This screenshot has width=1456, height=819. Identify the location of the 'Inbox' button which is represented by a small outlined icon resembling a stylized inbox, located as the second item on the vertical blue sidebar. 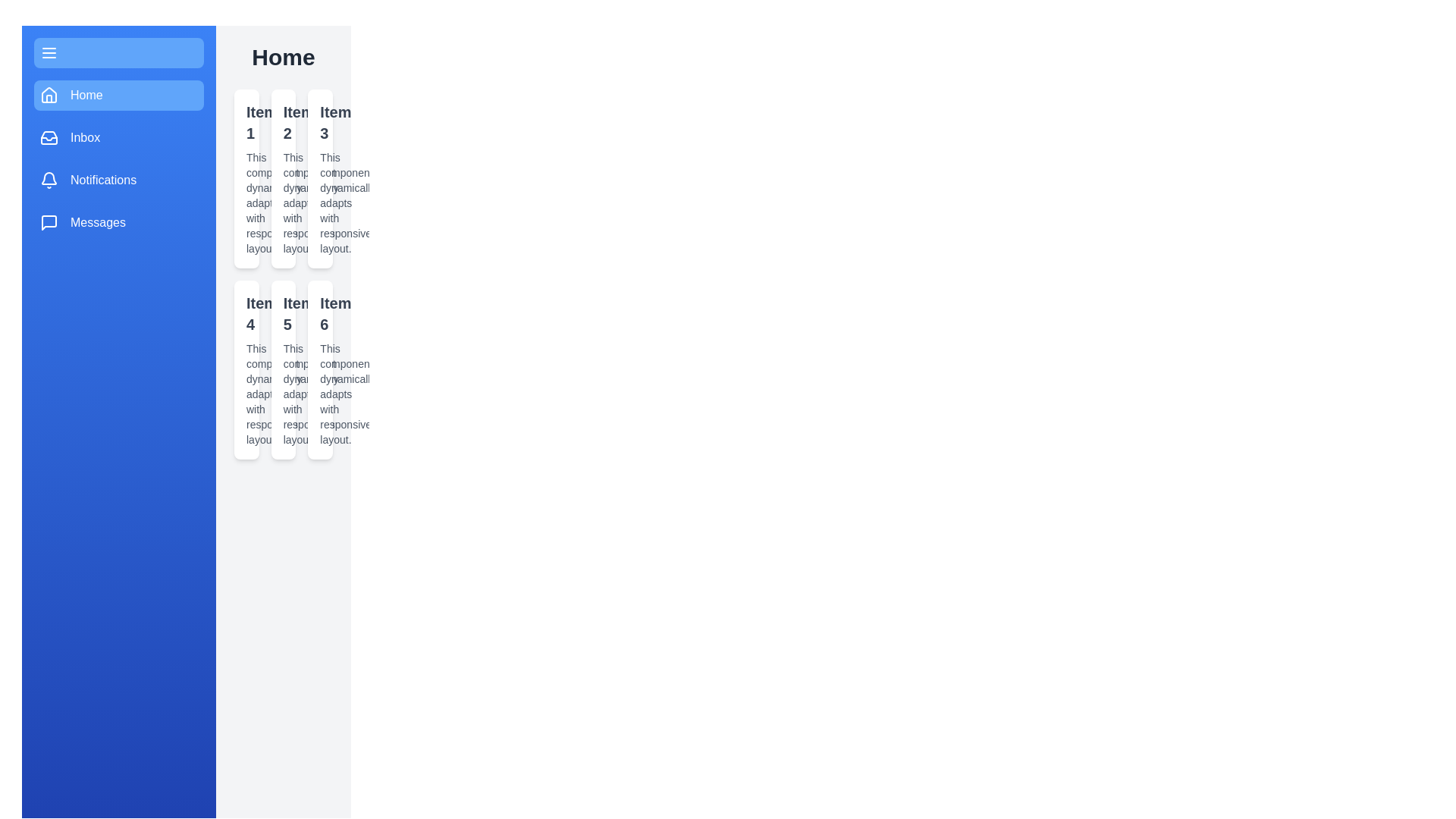
(49, 137).